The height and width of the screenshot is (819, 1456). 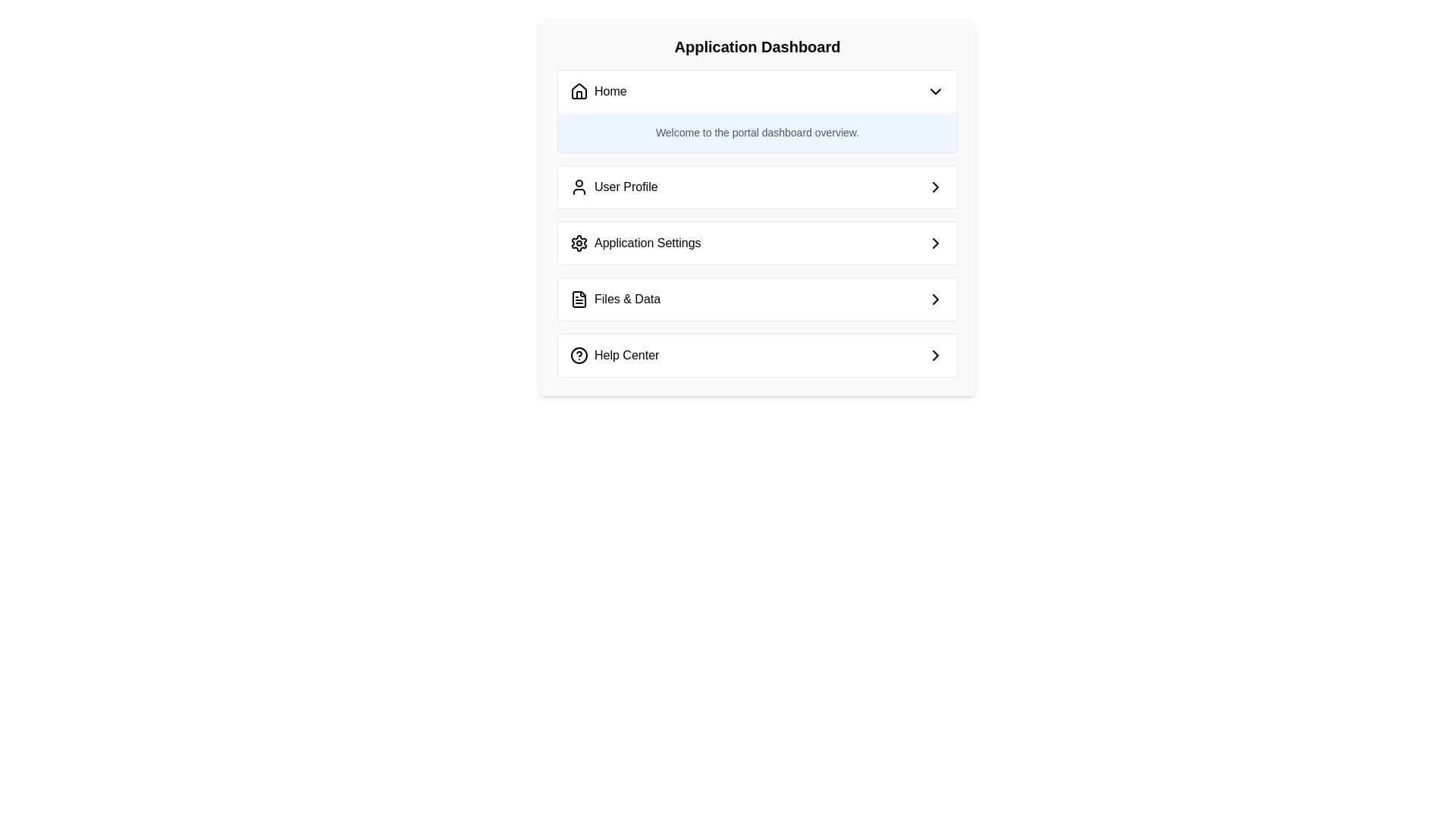 I want to click on the 'Home' label in the navigation menu, so click(x=598, y=91).